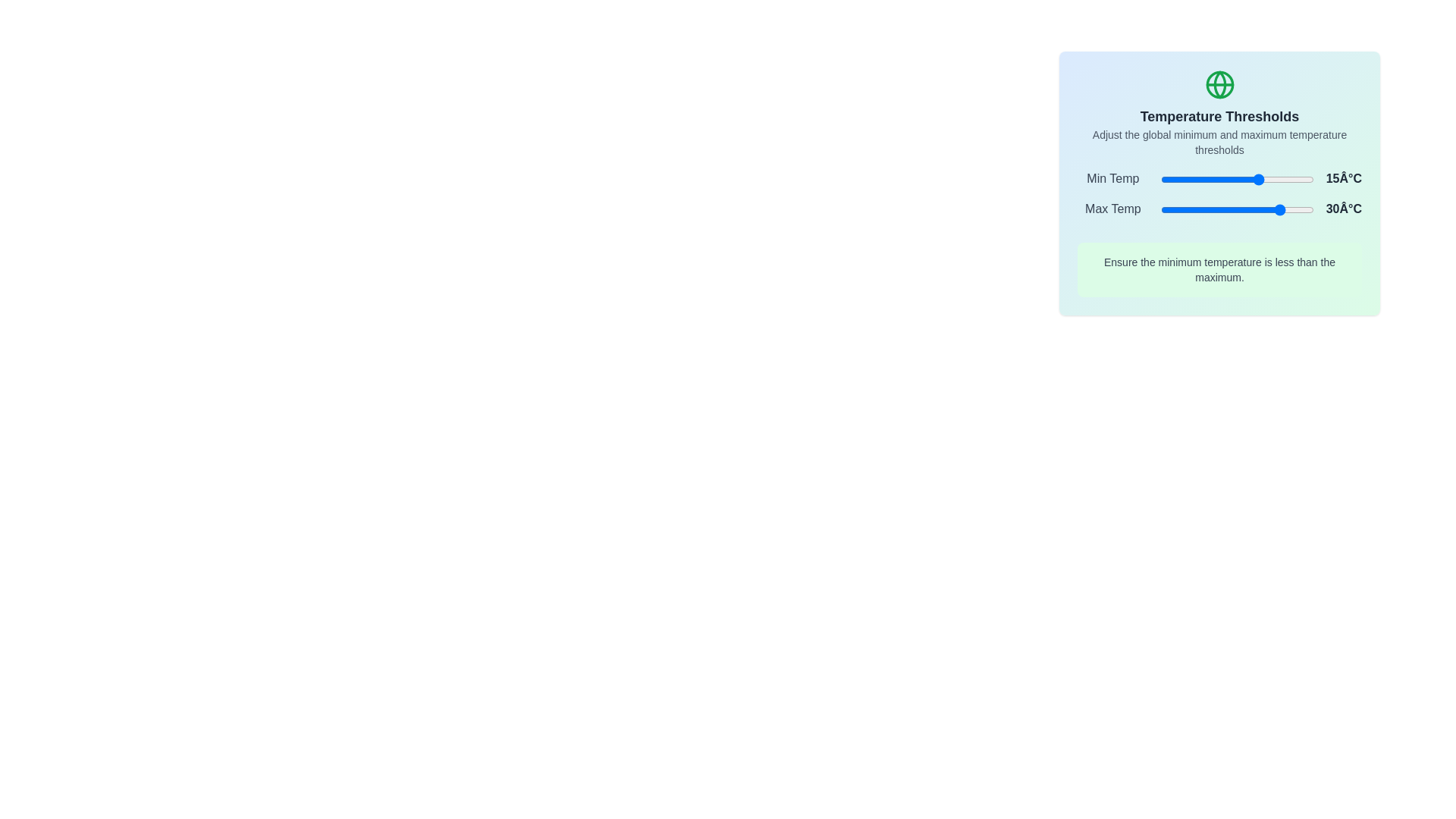 This screenshot has width=1456, height=819. What do you see at coordinates (1220, 178) in the screenshot?
I see `the minimum temperature slider to -11°C` at bounding box center [1220, 178].